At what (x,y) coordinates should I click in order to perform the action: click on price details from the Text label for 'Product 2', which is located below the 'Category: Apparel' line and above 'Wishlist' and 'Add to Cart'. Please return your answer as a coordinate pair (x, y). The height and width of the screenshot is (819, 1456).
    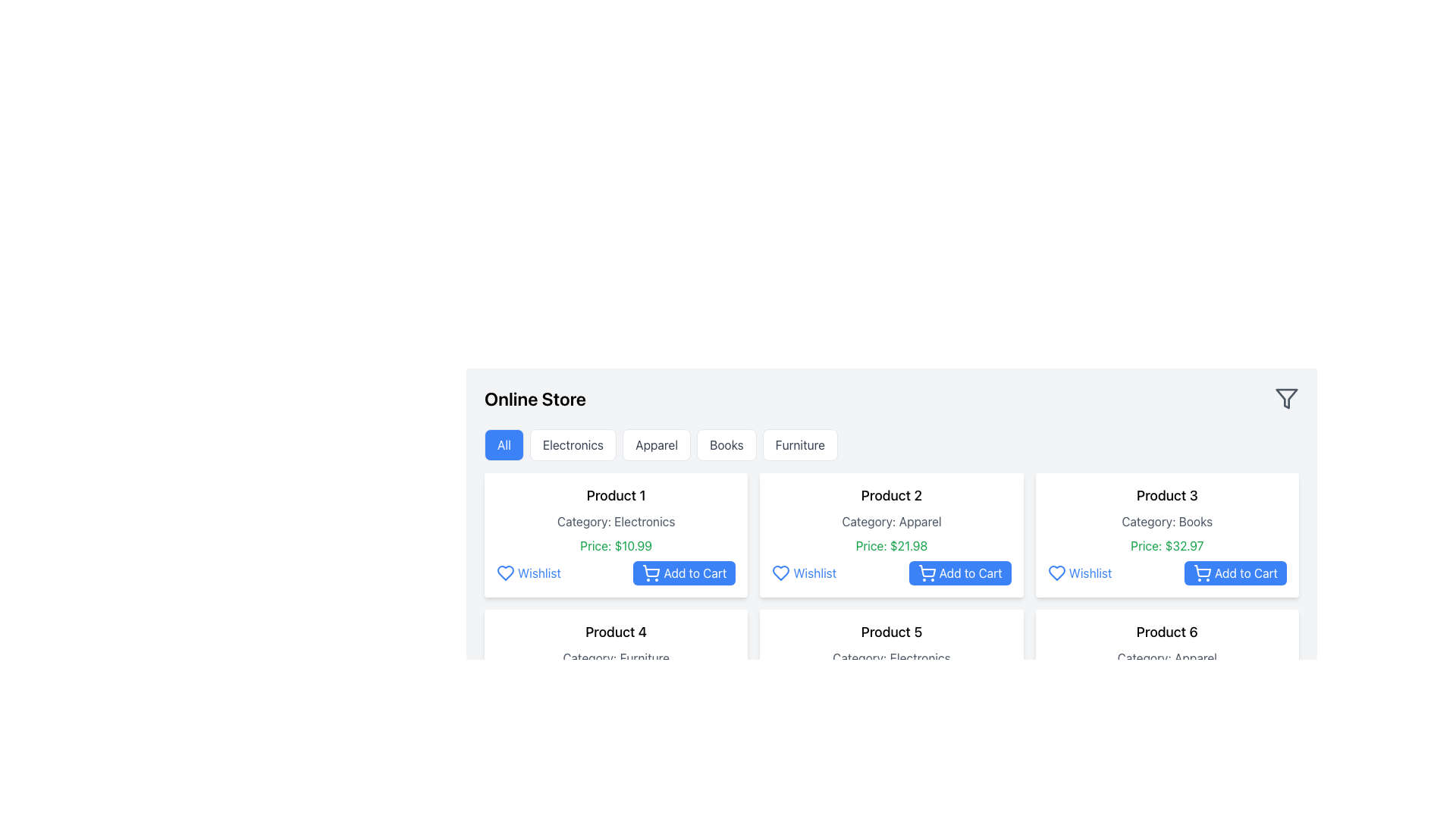
    Looking at the image, I should click on (892, 546).